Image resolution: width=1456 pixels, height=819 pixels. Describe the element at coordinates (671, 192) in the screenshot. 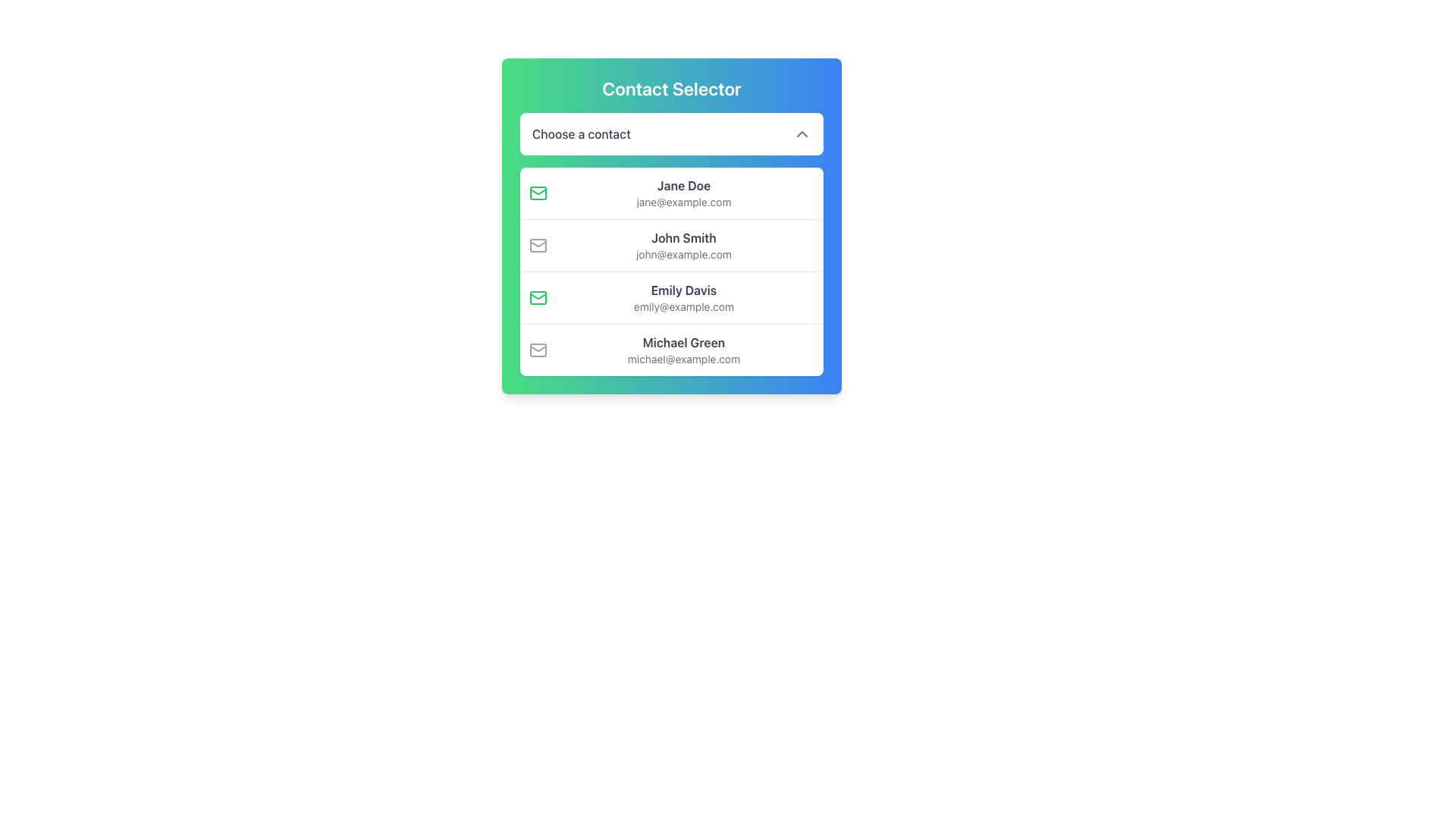

I see `the selectable contact entry for 'Jane Doe' in the contact list` at that location.